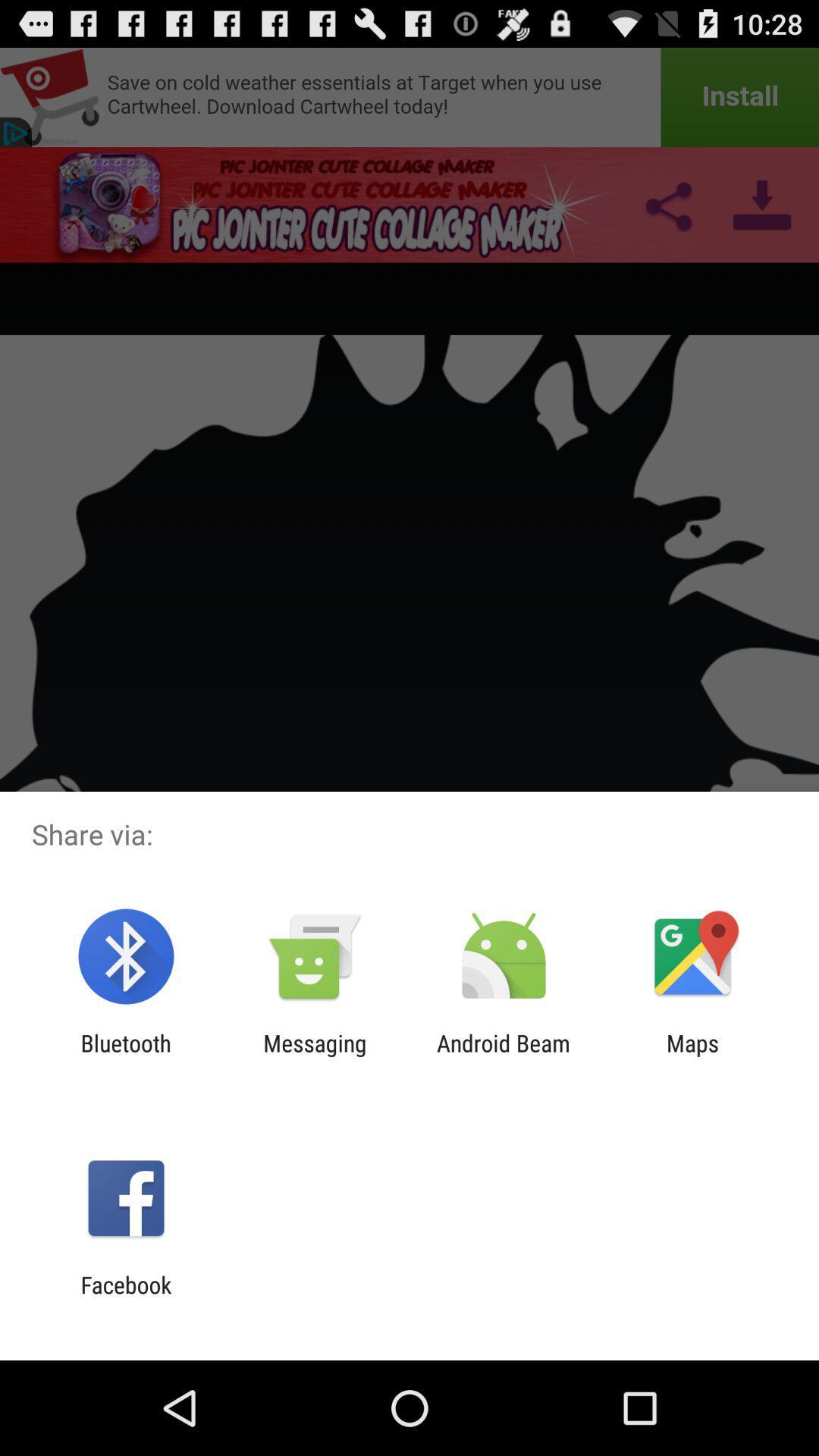 The height and width of the screenshot is (1456, 819). I want to click on the item to the left of android beam item, so click(314, 1056).